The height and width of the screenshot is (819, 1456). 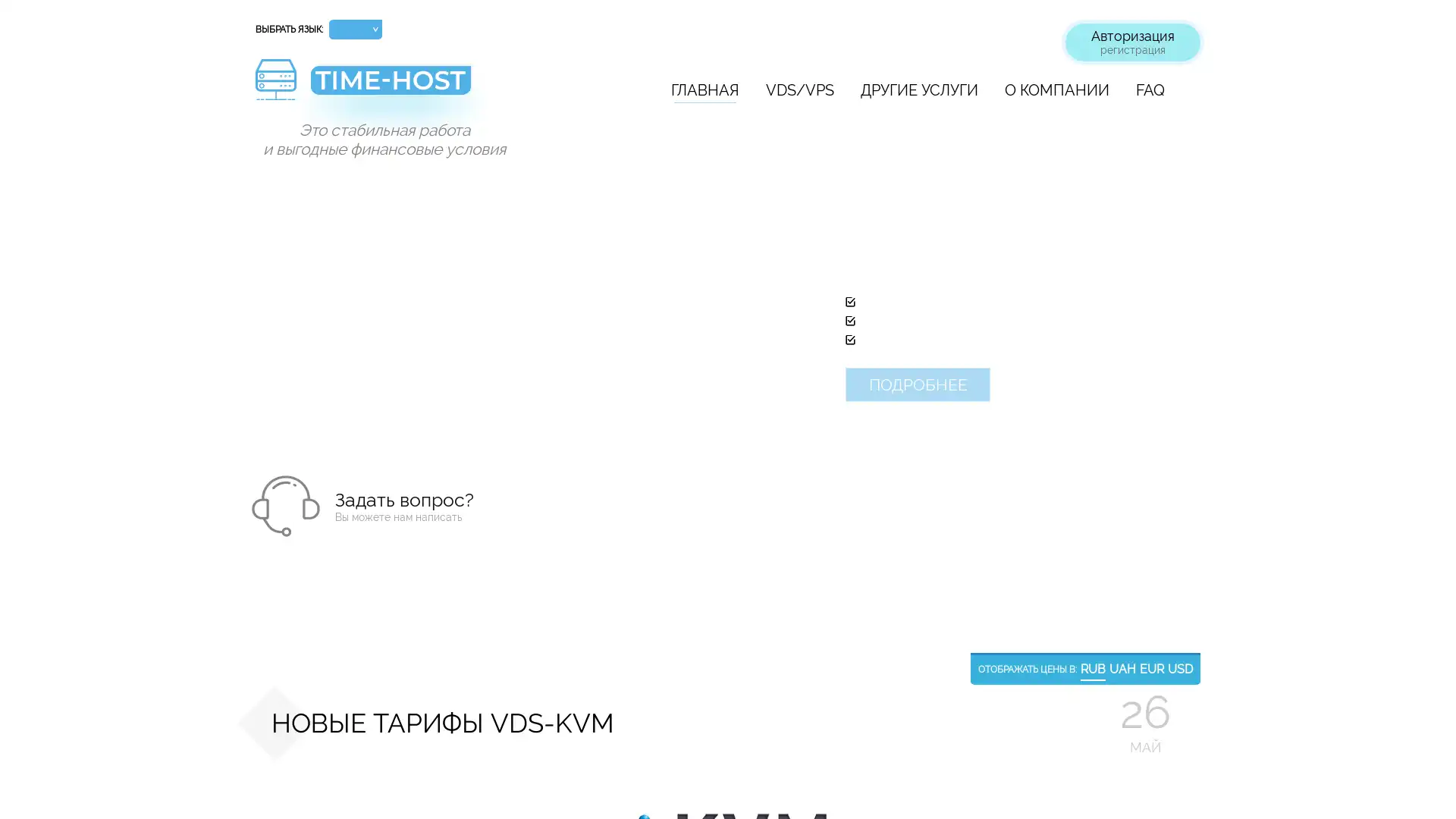 What do you see at coordinates (355, 186) in the screenshot?
I see `zh CN` at bounding box center [355, 186].